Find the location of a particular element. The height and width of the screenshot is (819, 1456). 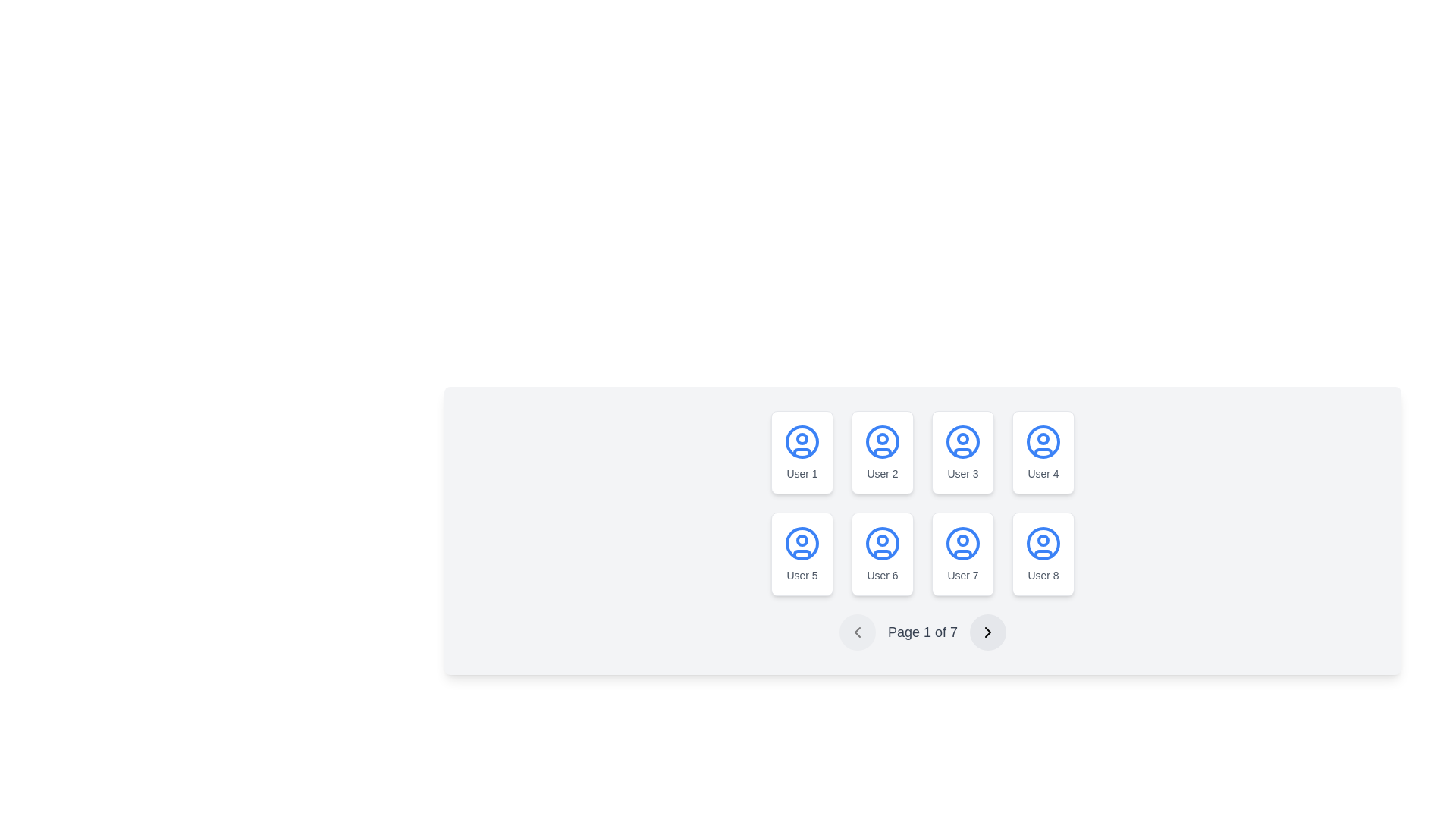

the text caption displaying 'Page 1 of 7' which is located in the bottom center of the interface, styled in gray and centered beneath a grid of user cards is located at coordinates (922, 632).